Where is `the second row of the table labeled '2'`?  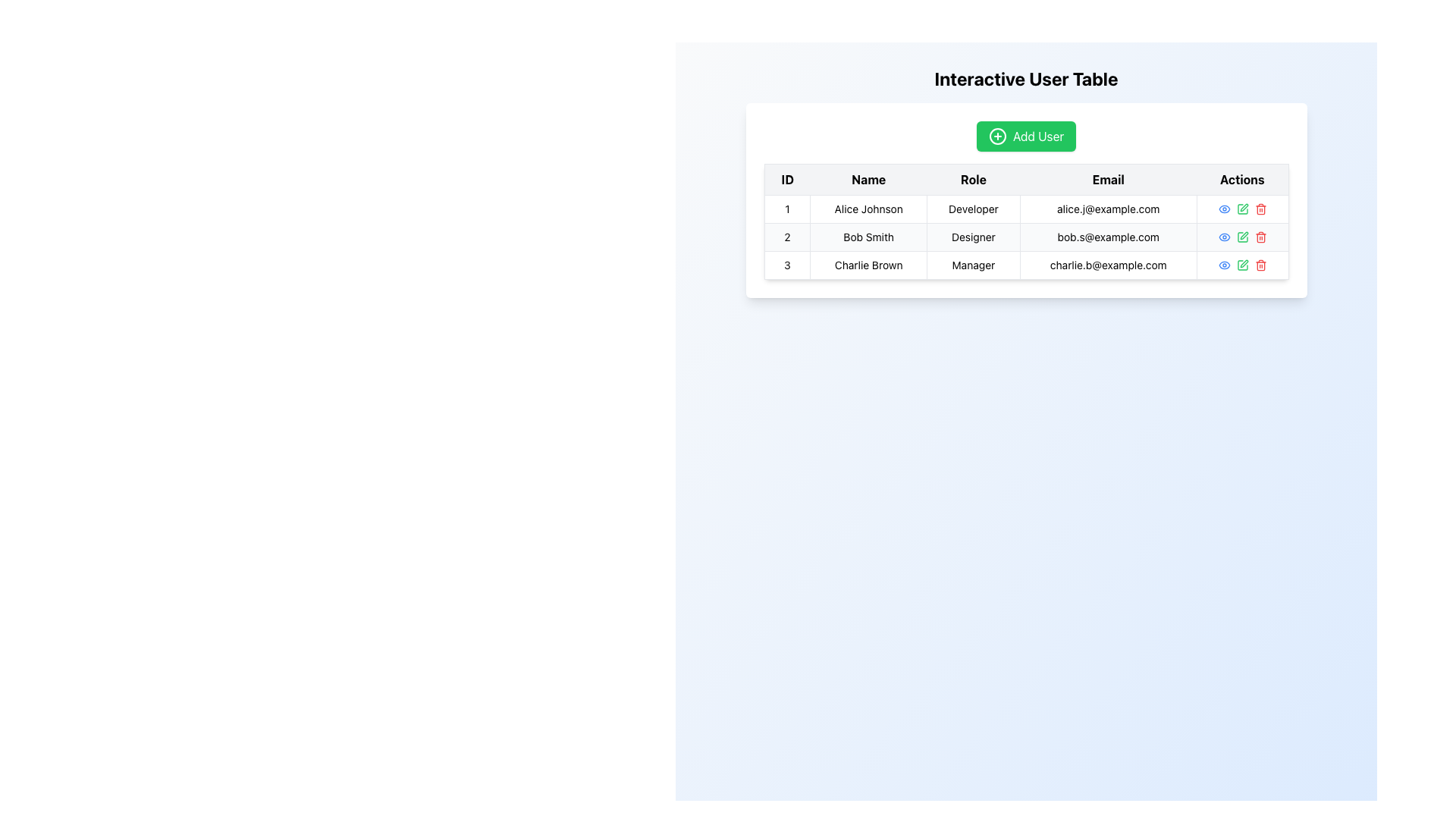 the second row of the table labeled '2' is located at coordinates (1026, 237).